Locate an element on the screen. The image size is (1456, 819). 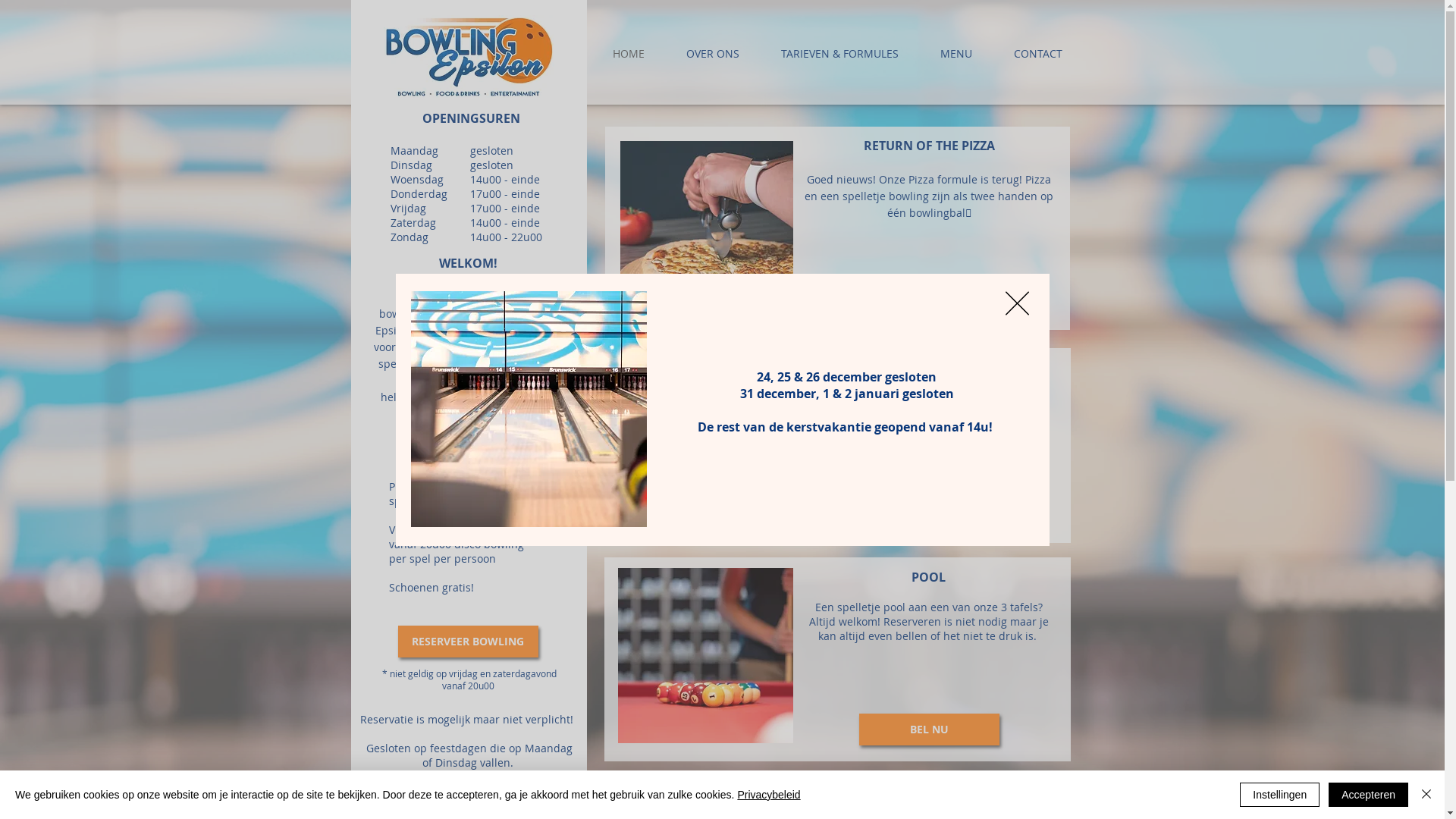
'Terug naar de website' is located at coordinates (1005, 303).